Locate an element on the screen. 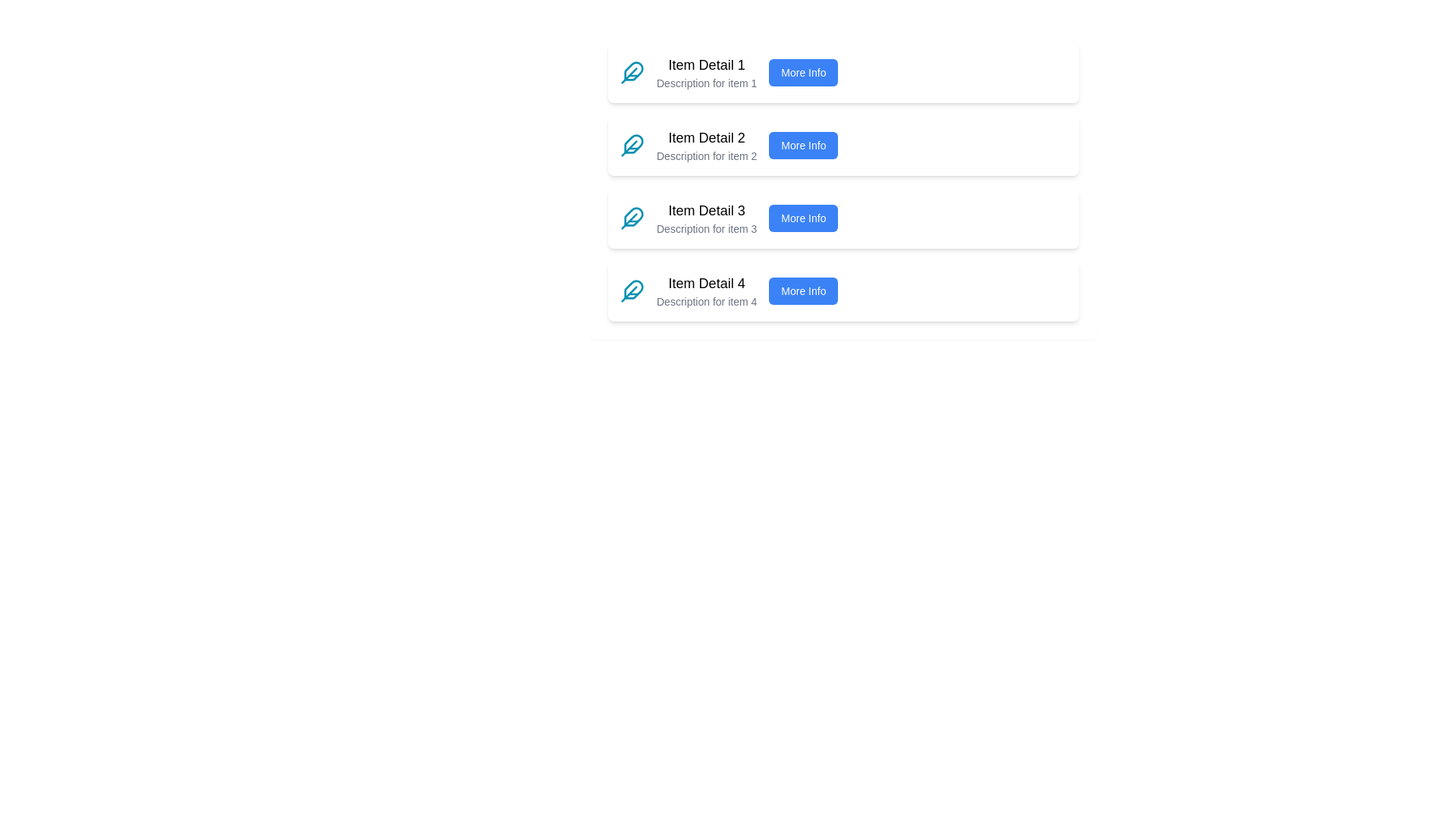 The image size is (1456, 819). the text block located in the fourth card of a vertical list of cards, which provides information about the title and description of the corresponding item is located at coordinates (705, 291).